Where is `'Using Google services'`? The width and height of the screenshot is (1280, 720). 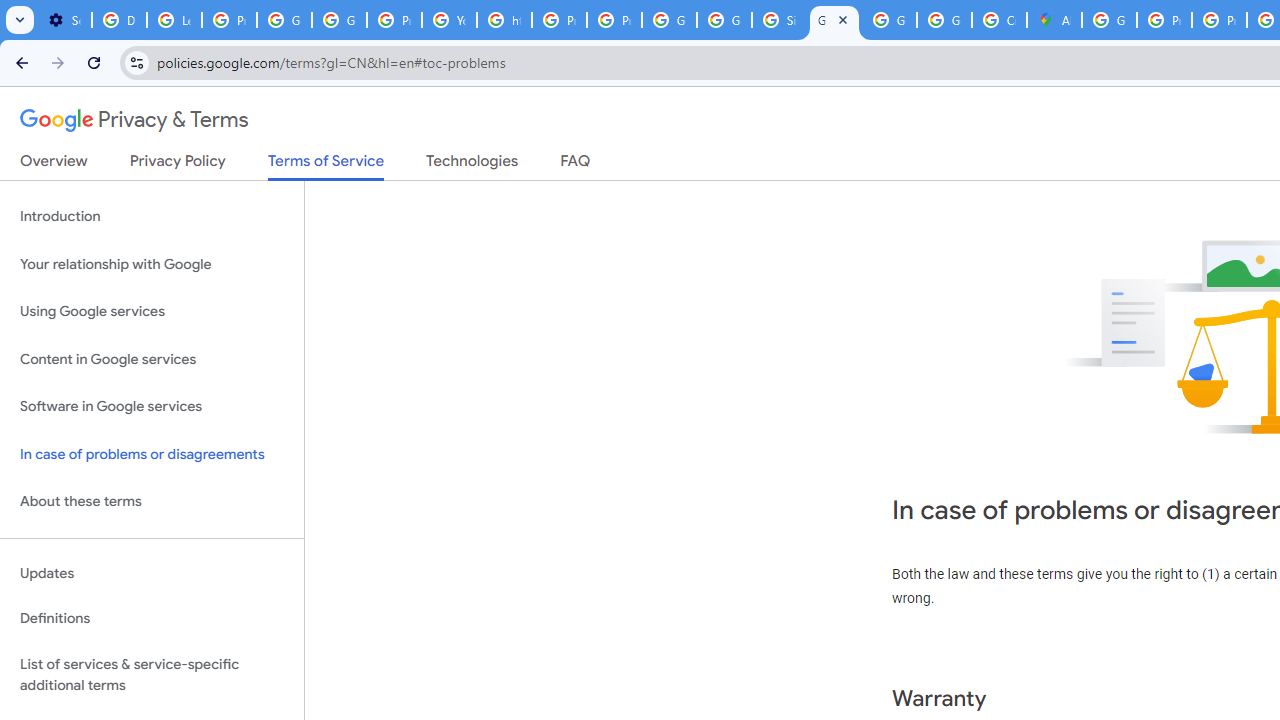 'Using Google services' is located at coordinates (151, 312).